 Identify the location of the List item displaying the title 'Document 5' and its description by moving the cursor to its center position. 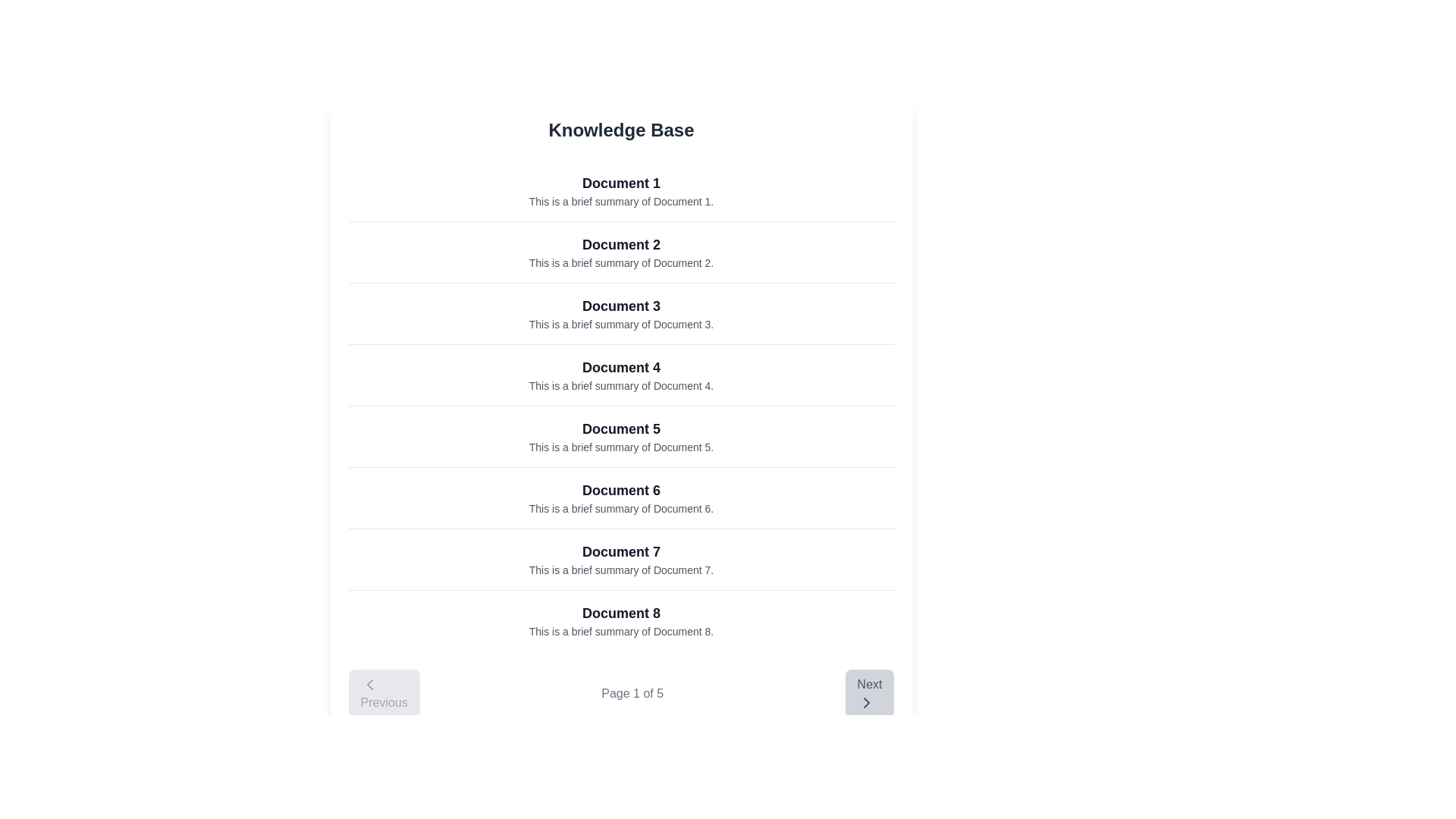
(621, 436).